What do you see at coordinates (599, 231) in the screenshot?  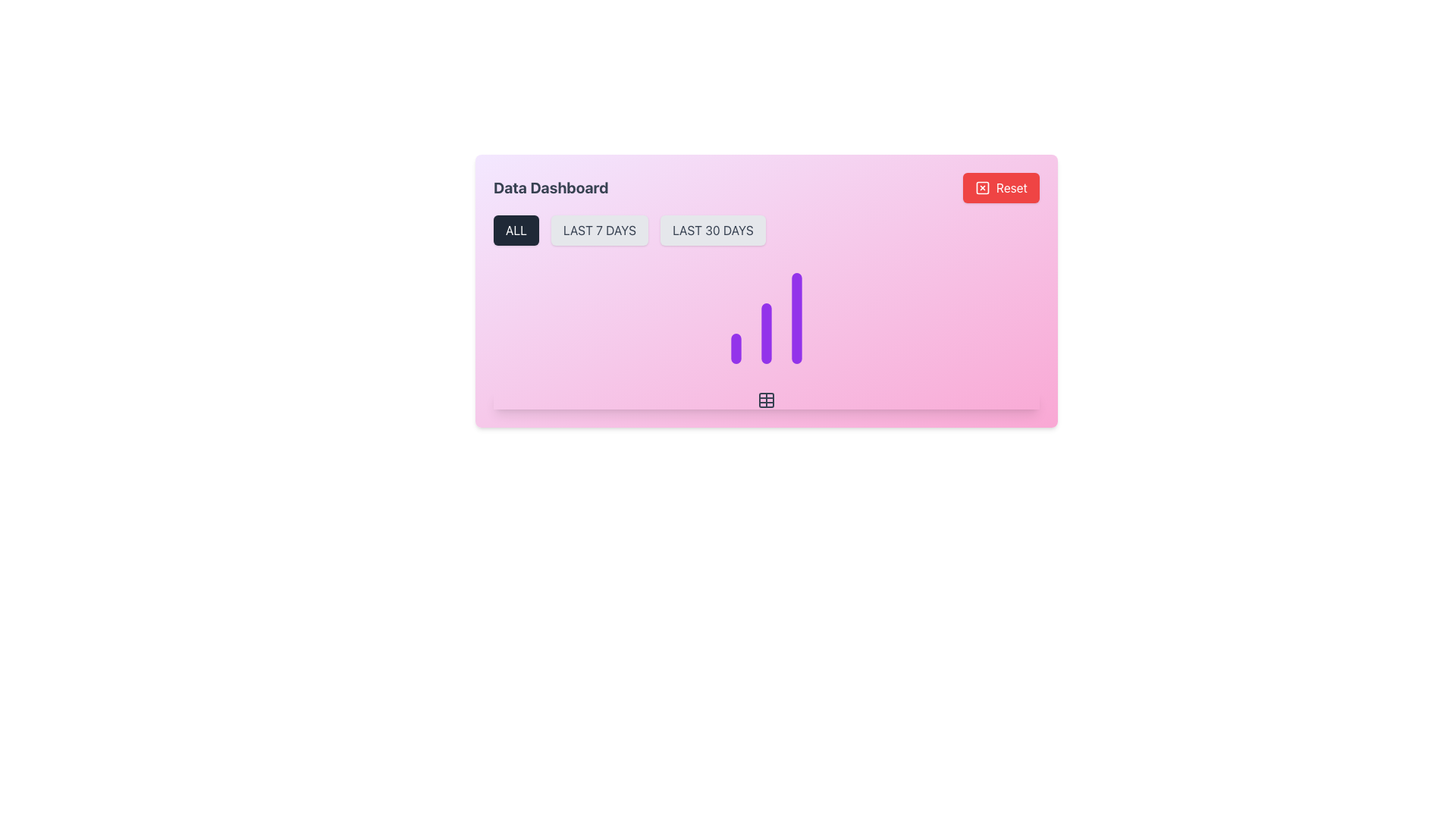 I see `the 'LAST 7 DAYS' button, which is a rounded button with a light gray background and dark gray text, to filter data for the last 7 days` at bounding box center [599, 231].